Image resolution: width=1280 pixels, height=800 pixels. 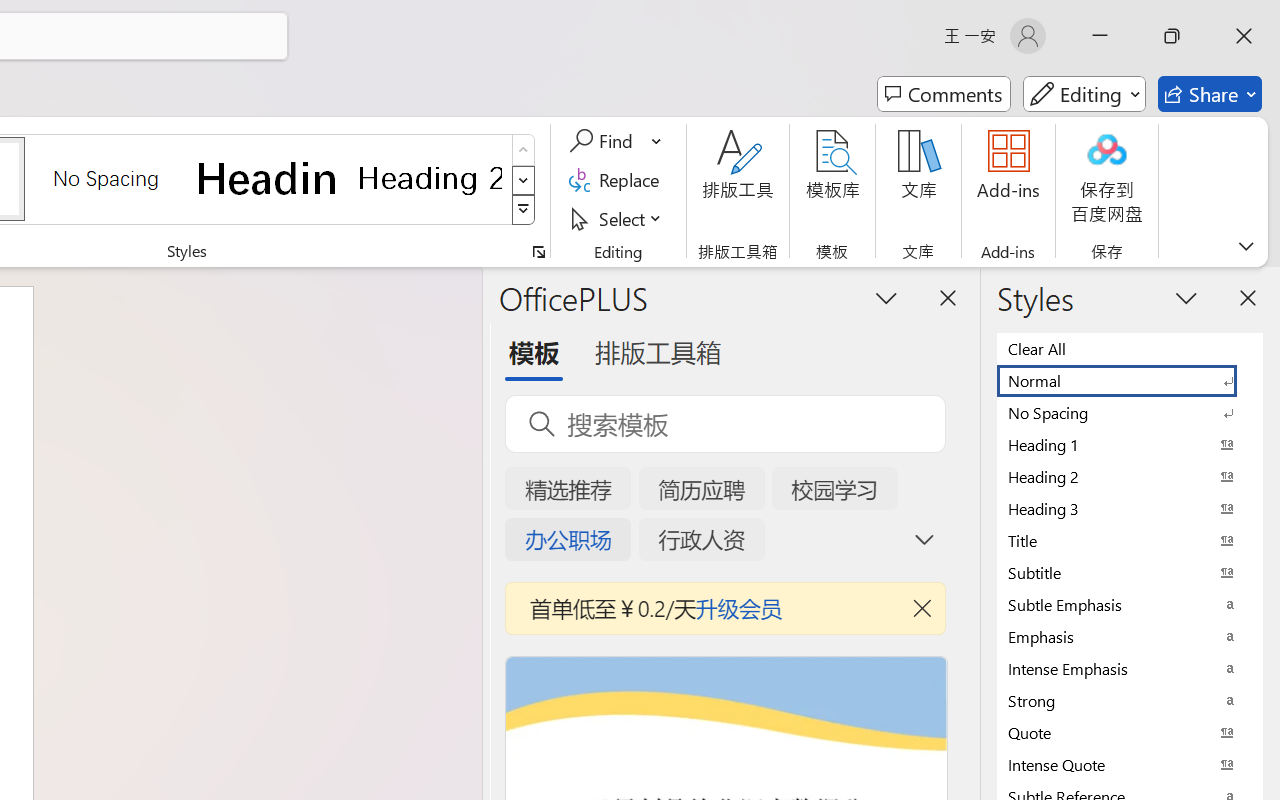 What do you see at coordinates (1130, 571) in the screenshot?
I see `'Subtitle'` at bounding box center [1130, 571].